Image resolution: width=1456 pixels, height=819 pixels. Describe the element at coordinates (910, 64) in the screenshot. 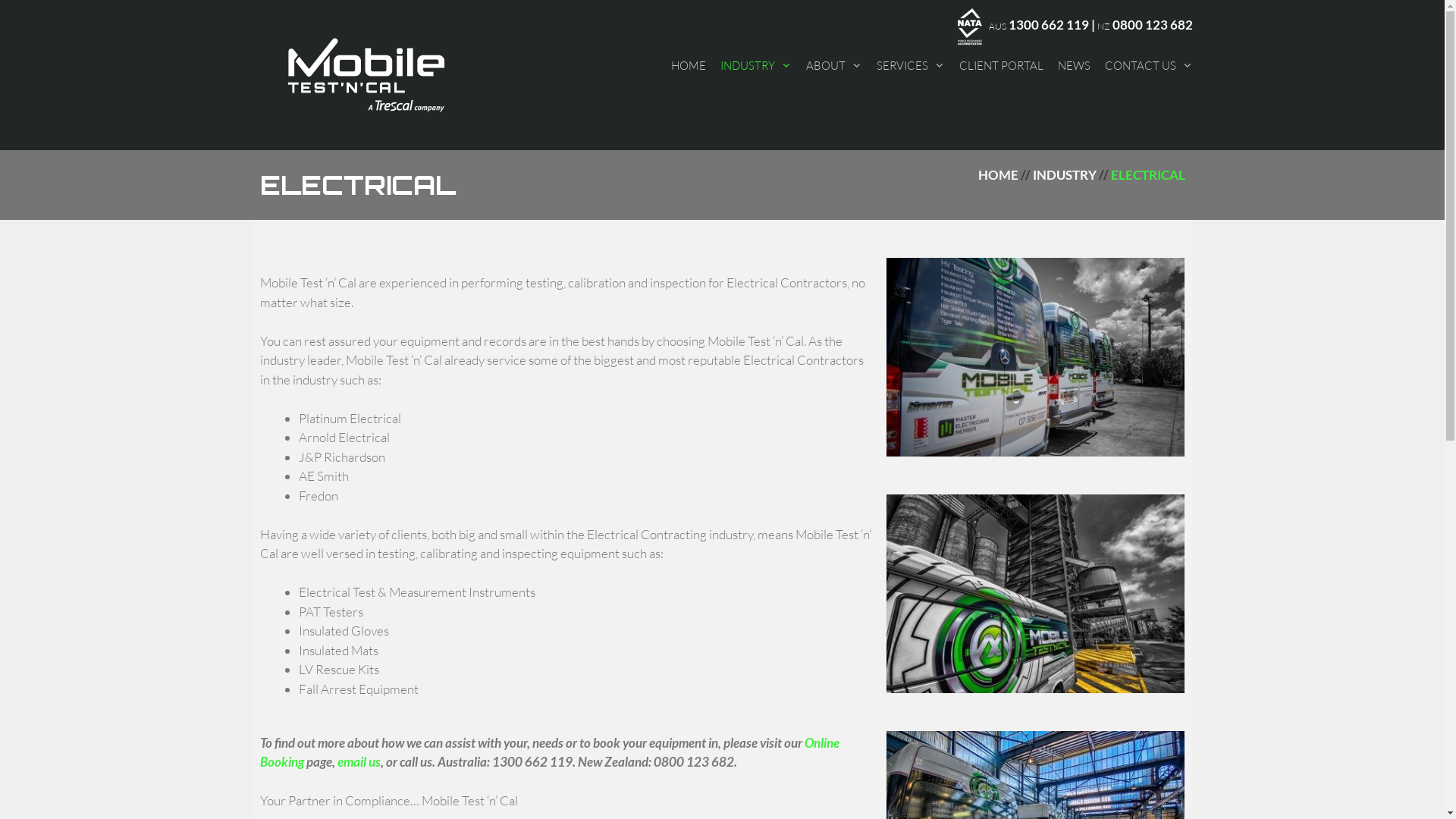

I see `'SERVICES'` at that location.